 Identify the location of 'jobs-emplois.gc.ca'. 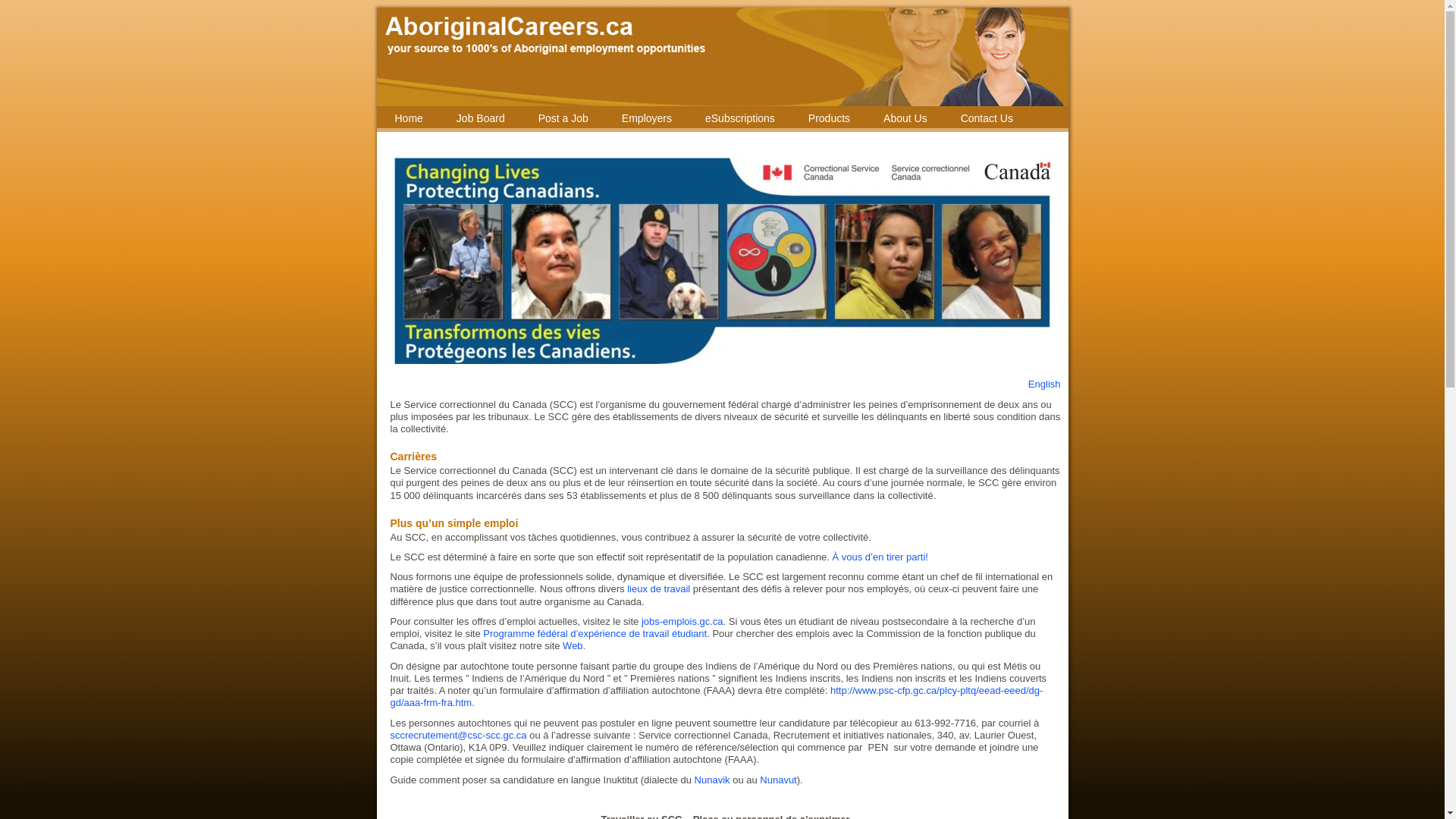
(682, 621).